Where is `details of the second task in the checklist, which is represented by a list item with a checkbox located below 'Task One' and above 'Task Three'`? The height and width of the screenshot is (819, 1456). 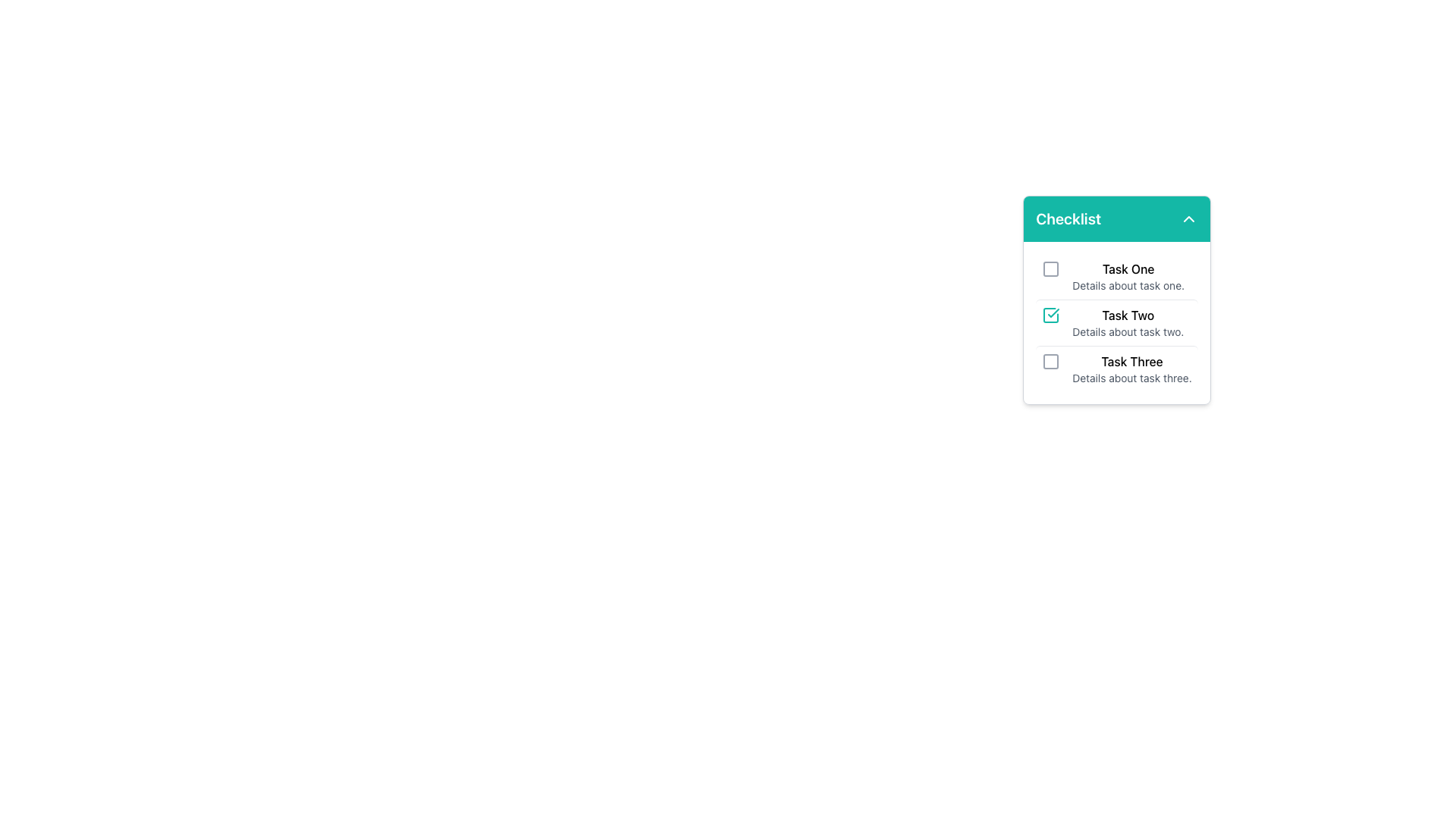 details of the second task in the checklist, which is represented by a list item with a checkbox located below 'Task One' and above 'Task Three' is located at coordinates (1117, 322).